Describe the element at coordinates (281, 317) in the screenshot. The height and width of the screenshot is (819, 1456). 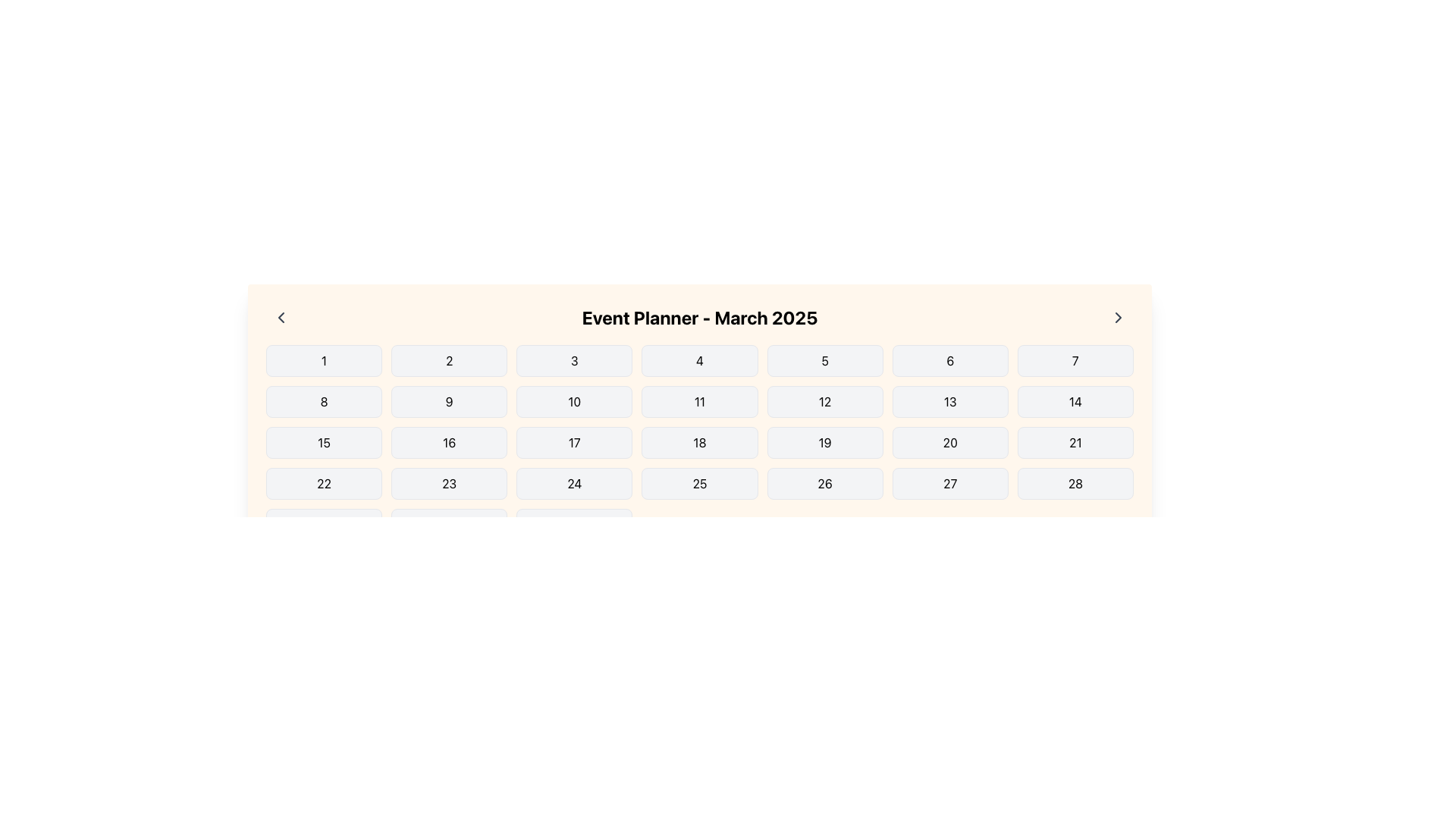
I see `the left-most button in the top bar of the 'Event Planner - March 2025' section` at that location.